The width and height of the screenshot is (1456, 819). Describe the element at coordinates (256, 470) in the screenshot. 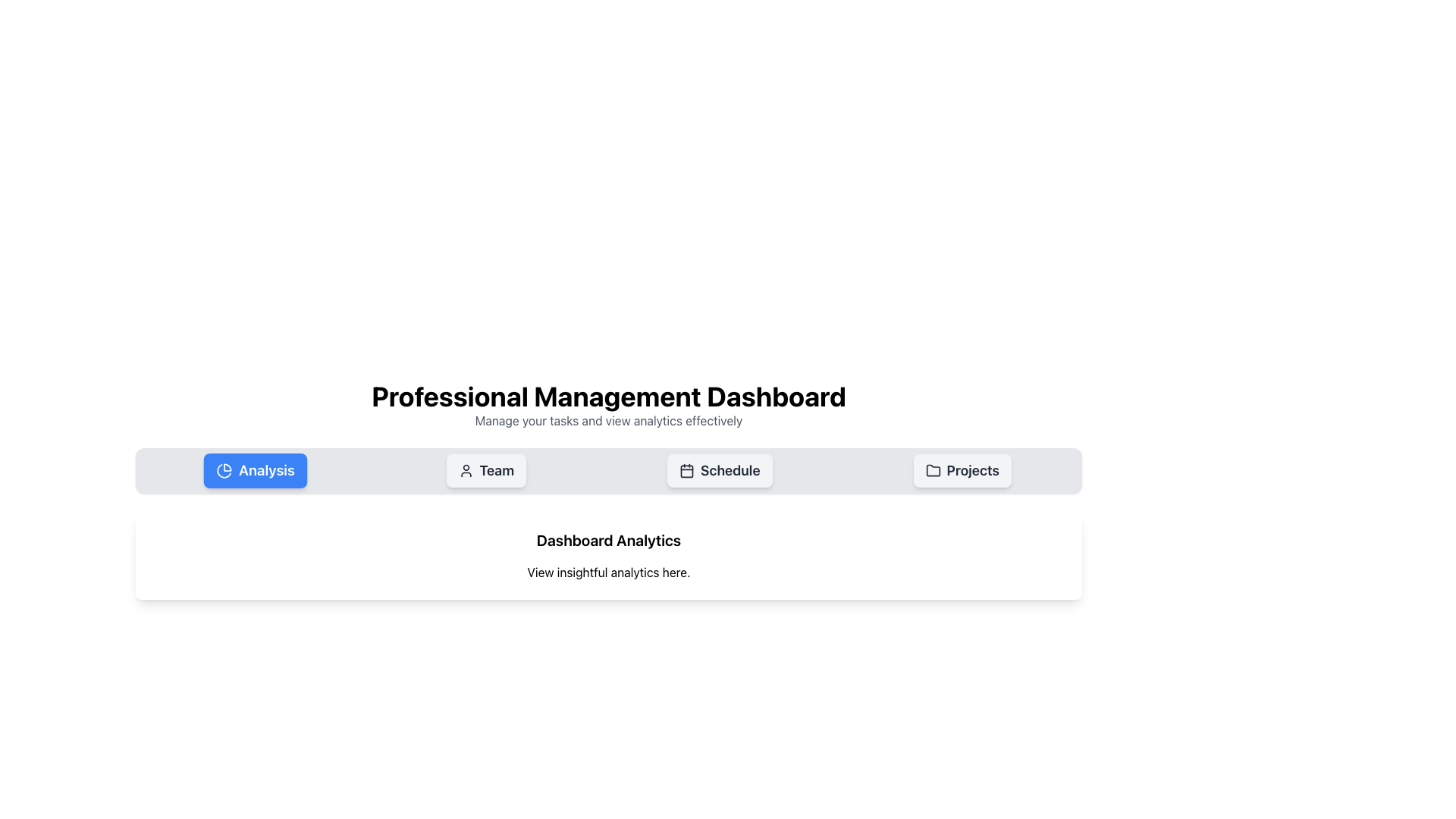

I see `the 'Analysis' button located in the top-left corner of the button group` at that location.